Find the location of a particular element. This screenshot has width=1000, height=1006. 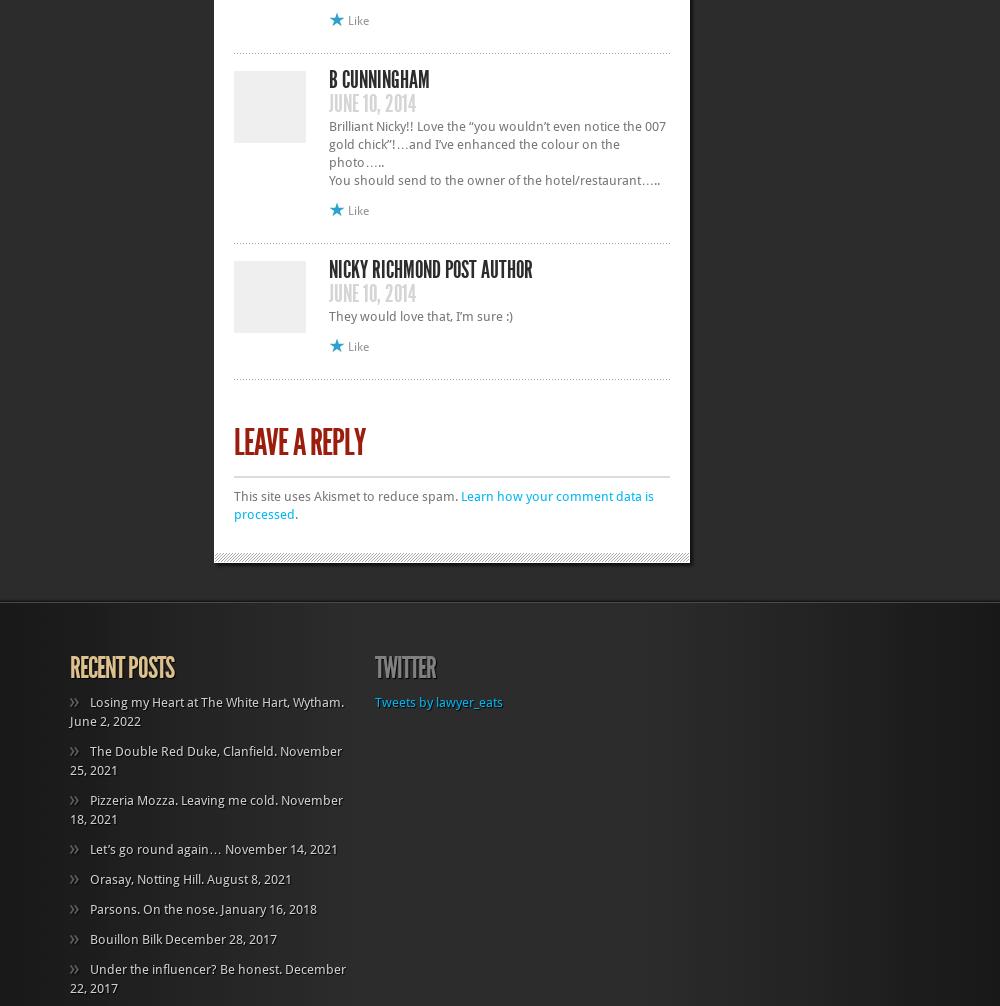

'Under the influencer? Be honest.' is located at coordinates (186, 967).